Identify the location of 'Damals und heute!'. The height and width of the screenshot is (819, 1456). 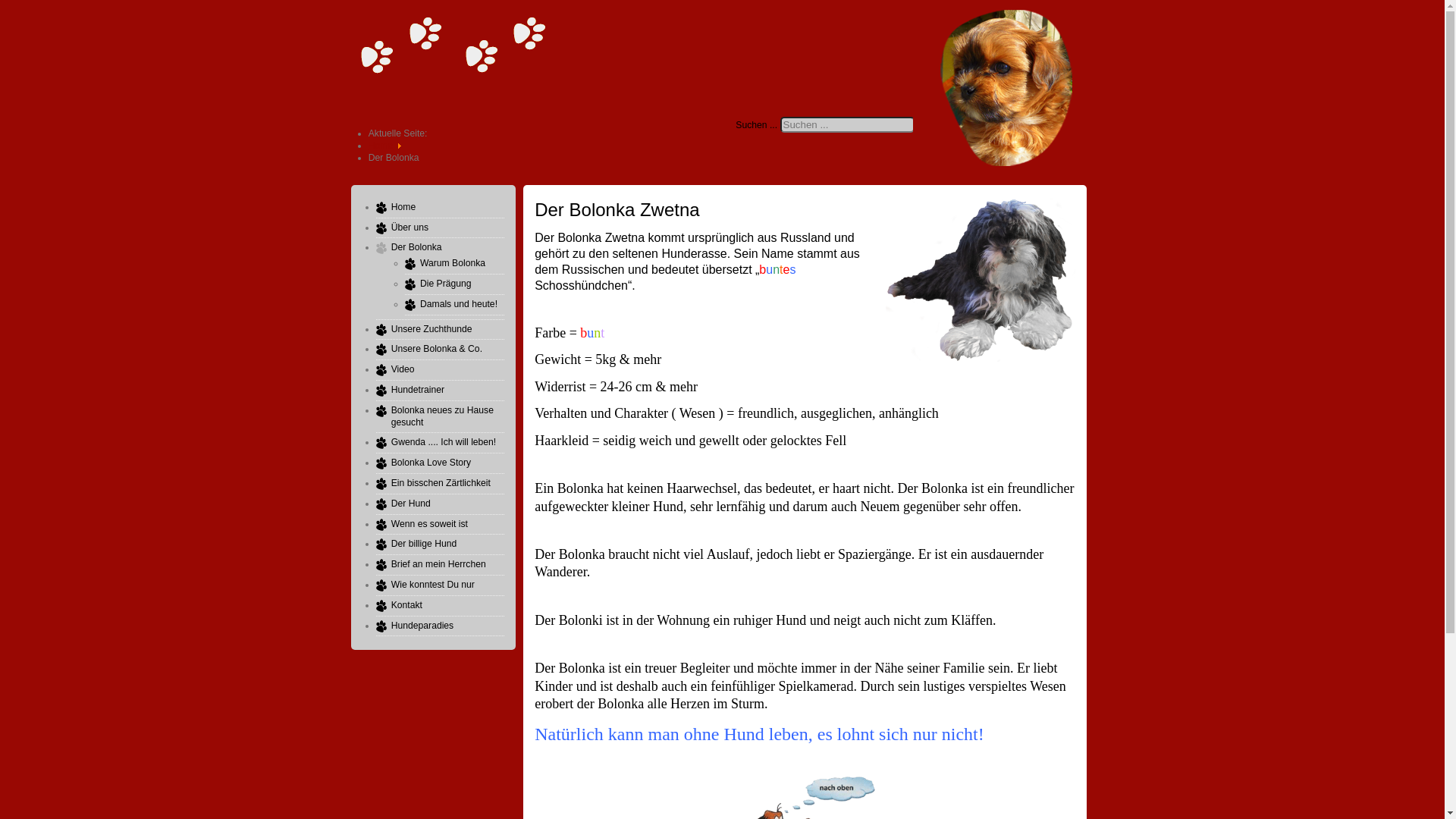
(457, 304).